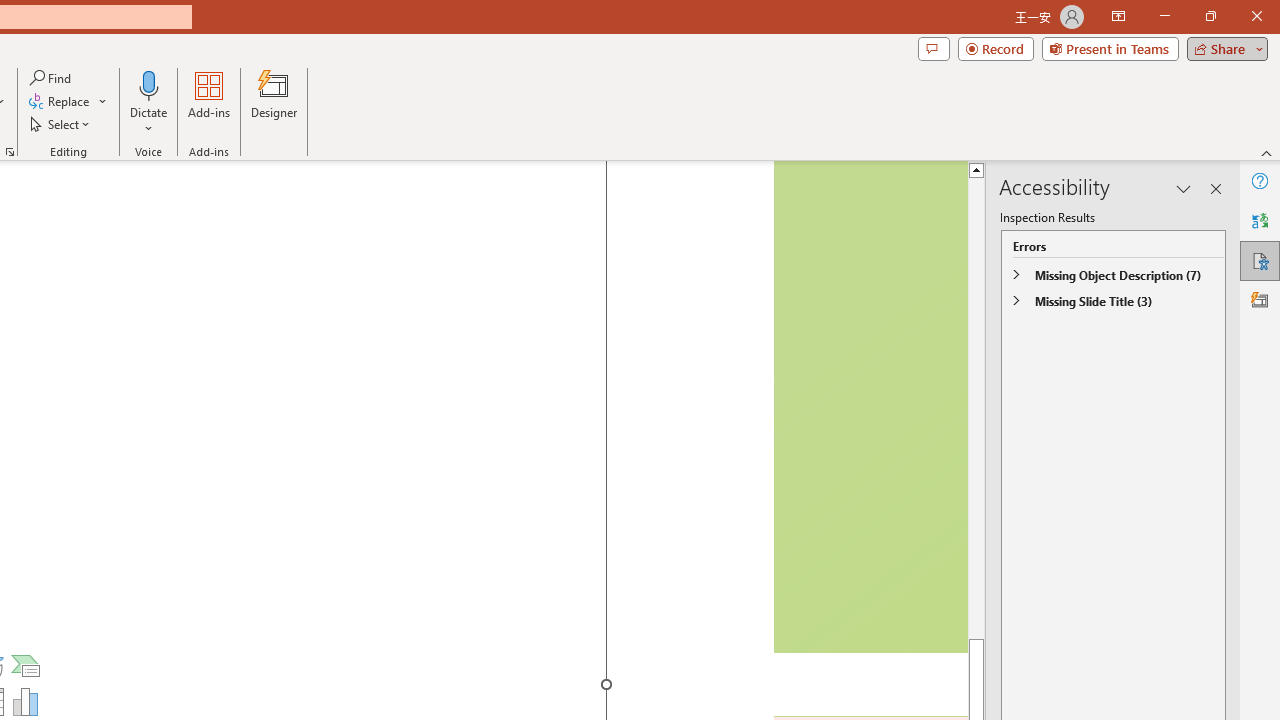 This screenshot has height=720, width=1280. Describe the element at coordinates (976, 168) in the screenshot. I see `'Line up'` at that location.